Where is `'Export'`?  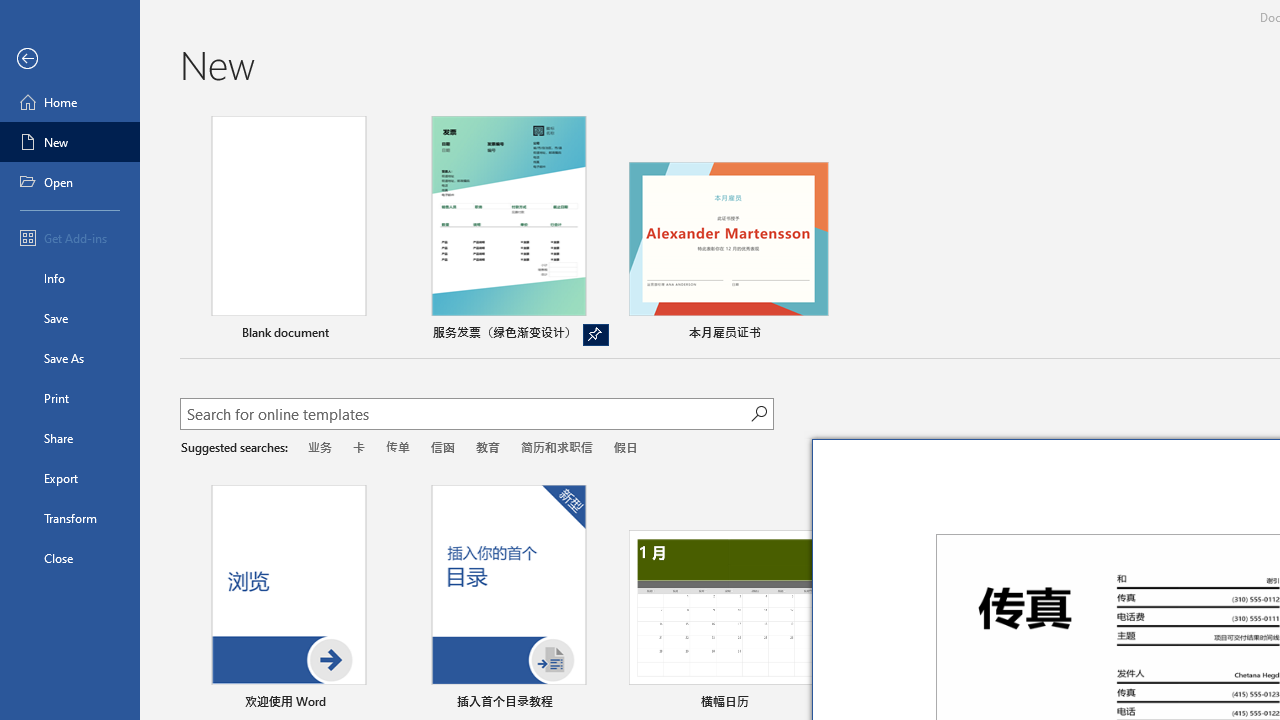
'Export' is located at coordinates (69, 478).